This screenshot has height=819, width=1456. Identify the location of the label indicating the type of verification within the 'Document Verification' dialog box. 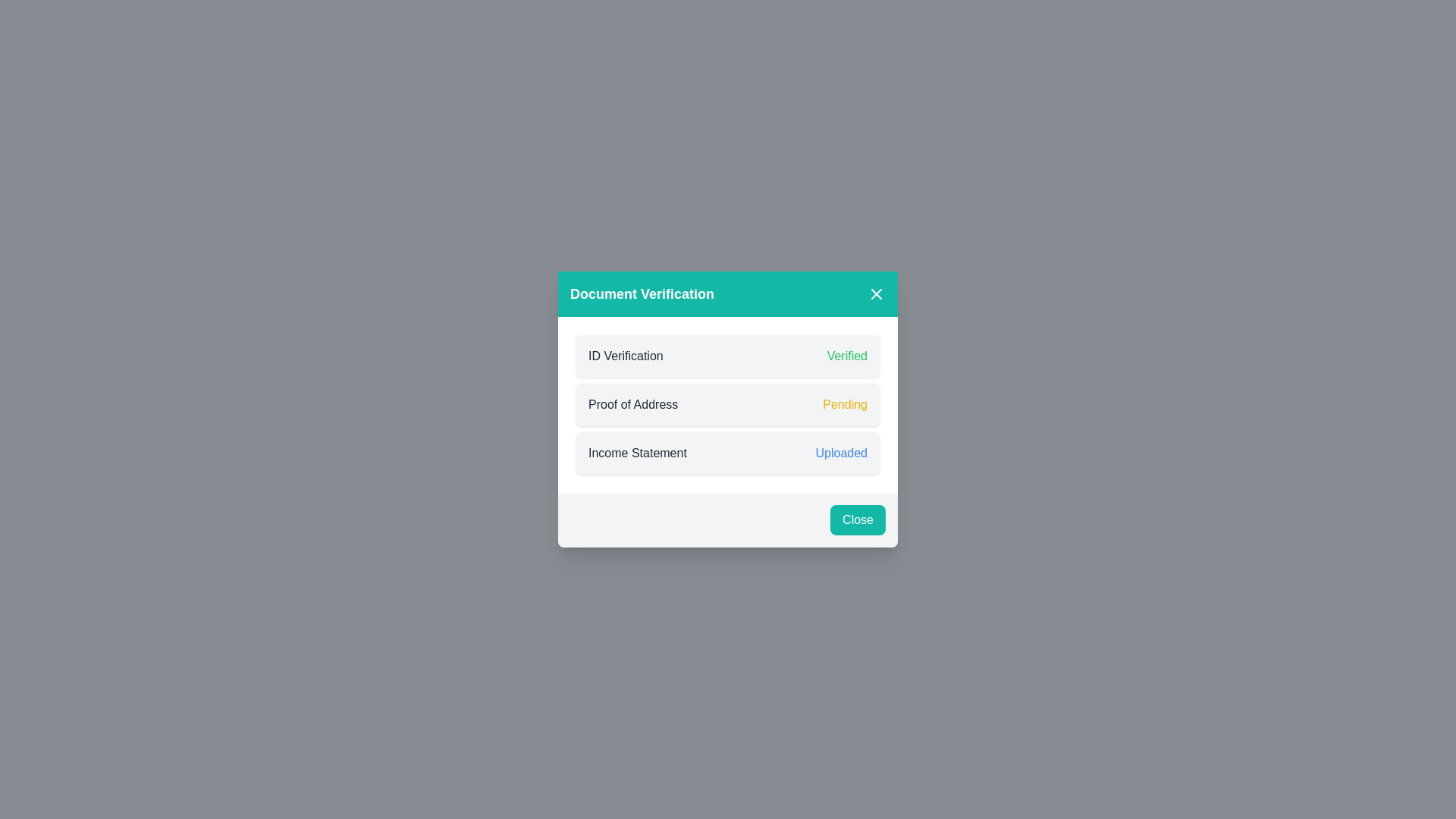
(626, 356).